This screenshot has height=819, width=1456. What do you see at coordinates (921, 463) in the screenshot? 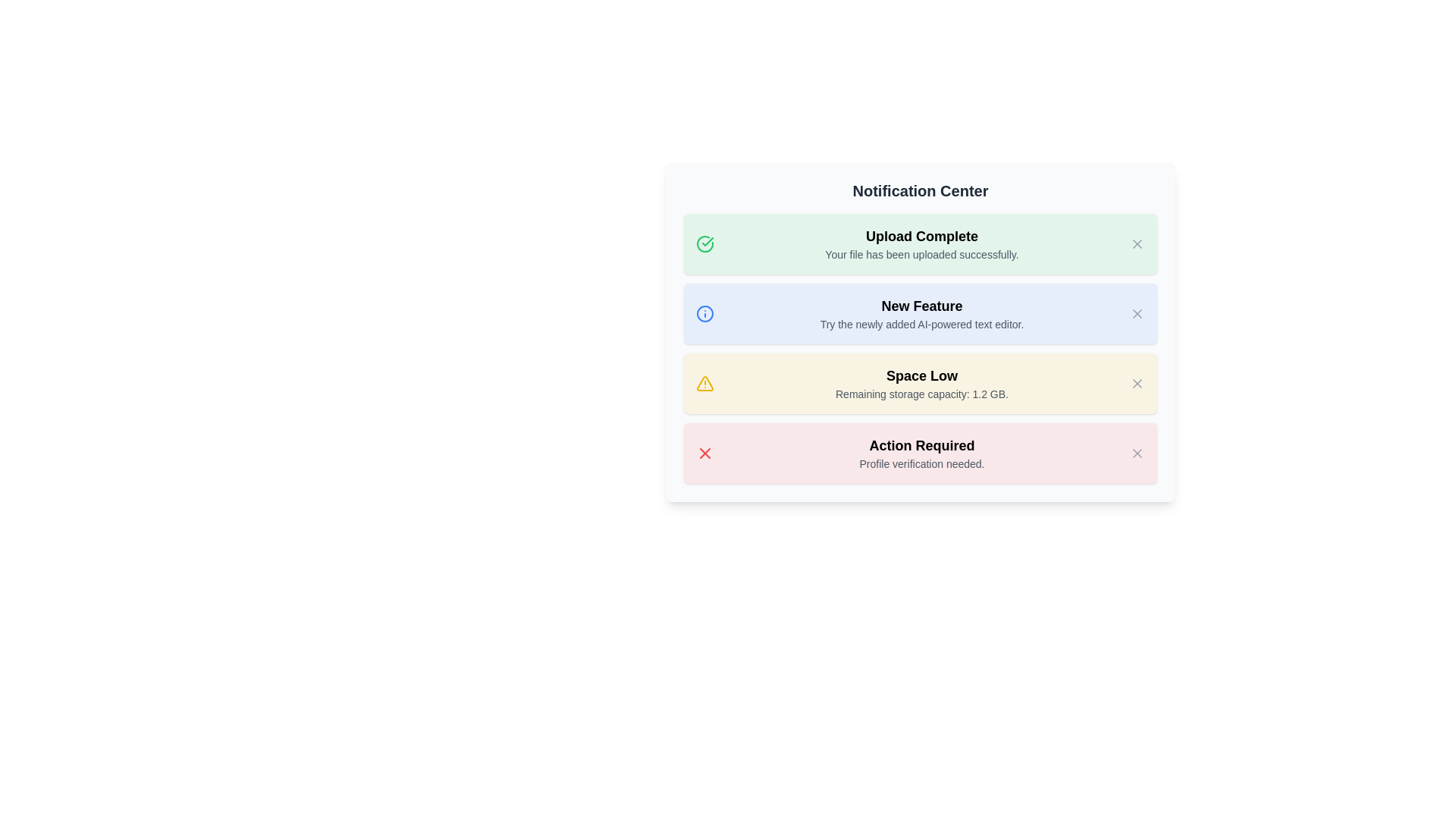
I see `text snippet 'Profile verification needed.' located within the red-colored action alert section at the bottom of the notification interface, specifically as the second line of text under the 'Action Required' heading` at bounding box center [921, 463].